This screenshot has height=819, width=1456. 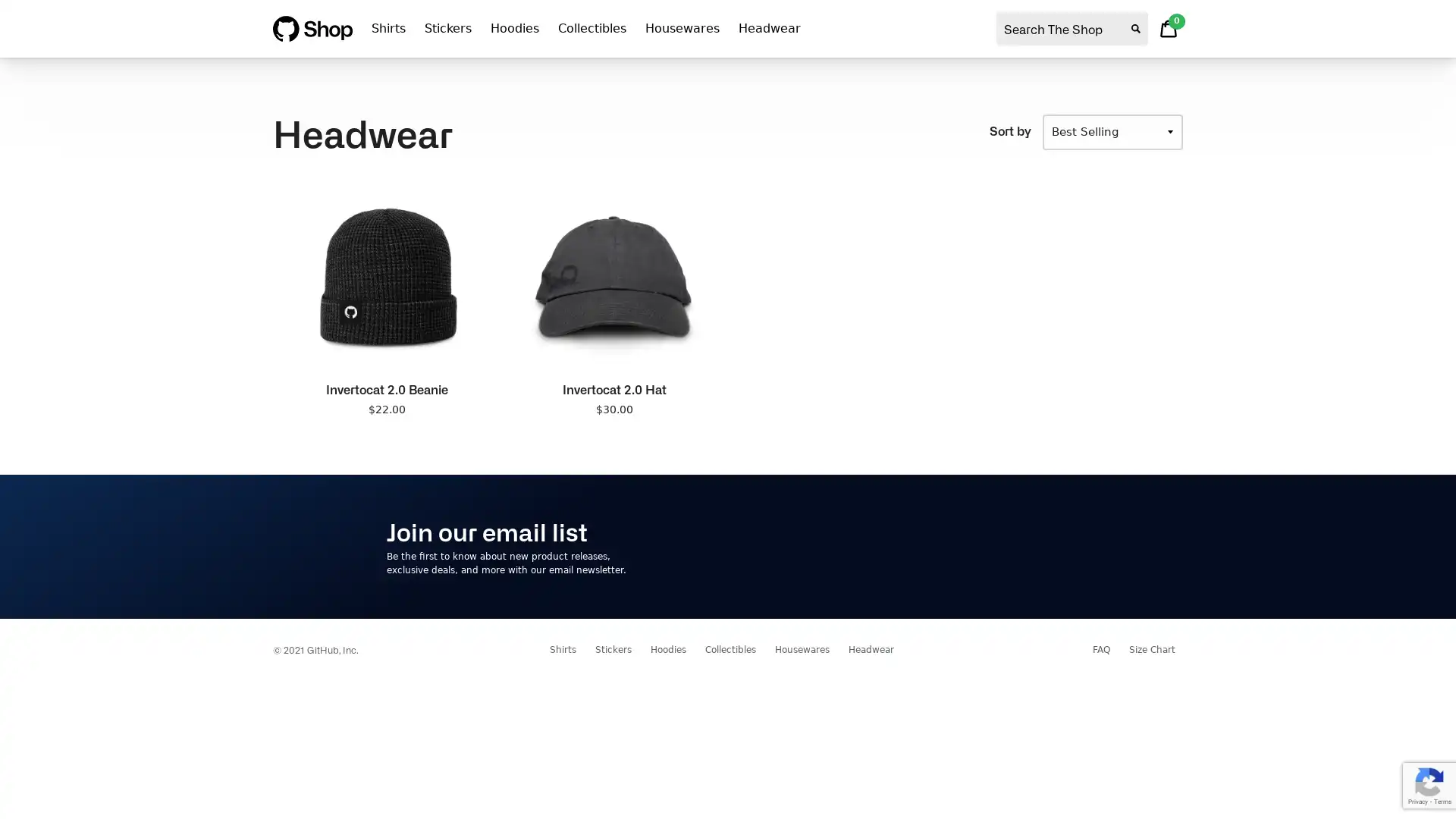 What do you see at coordinates (1023, 546) in the screenshot?
I see `Subscribe` at bounding box center [1023, 546].